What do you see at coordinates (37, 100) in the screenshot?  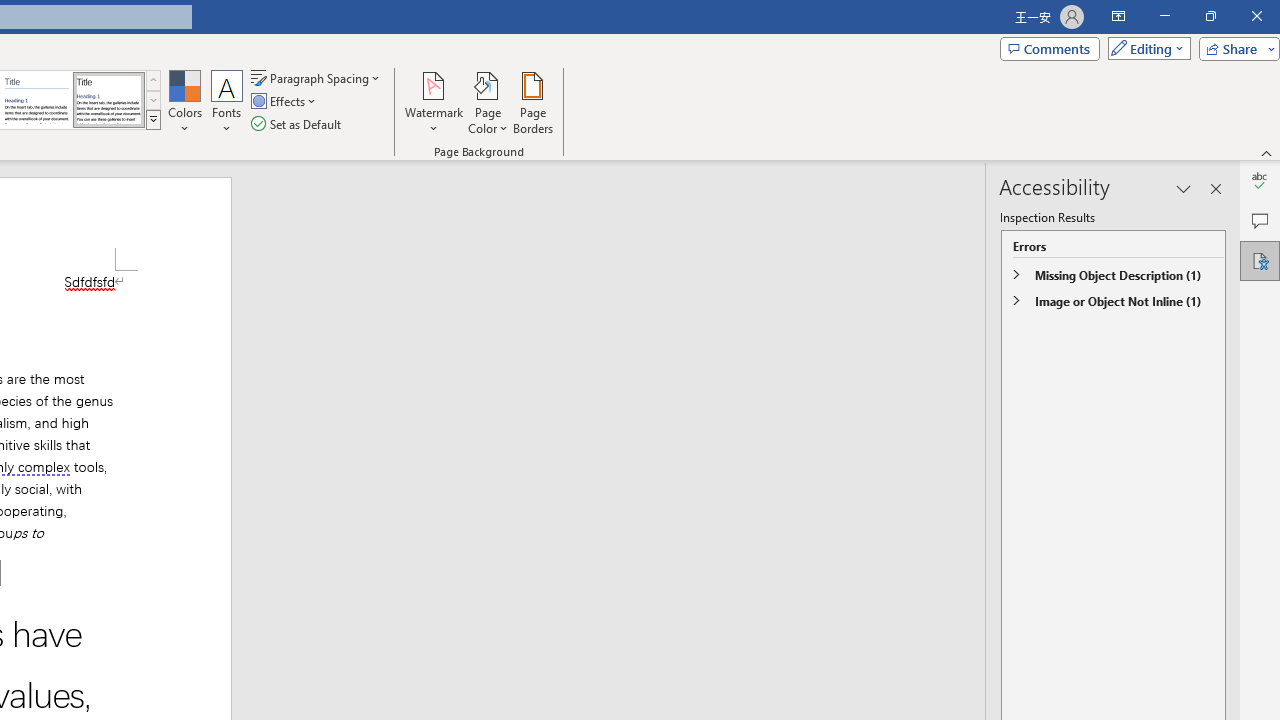 I see `'Word 2010'` at bounding box center [37, 100].